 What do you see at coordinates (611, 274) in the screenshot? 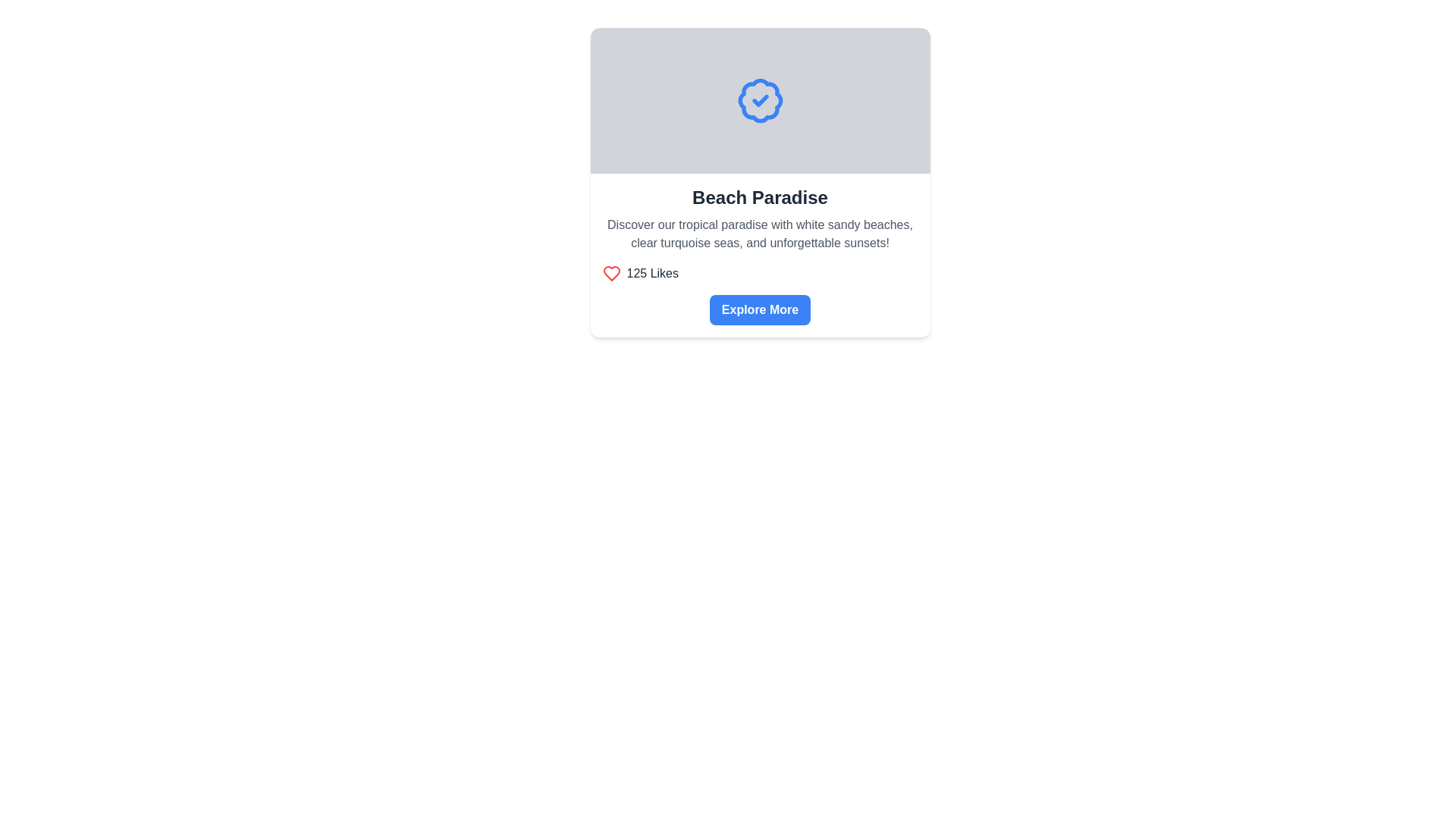
I see `the red heart icon representing a 'liked' action, which is located to the left of the '125 Likes' text within the card component` at bounding box center [611, 274].